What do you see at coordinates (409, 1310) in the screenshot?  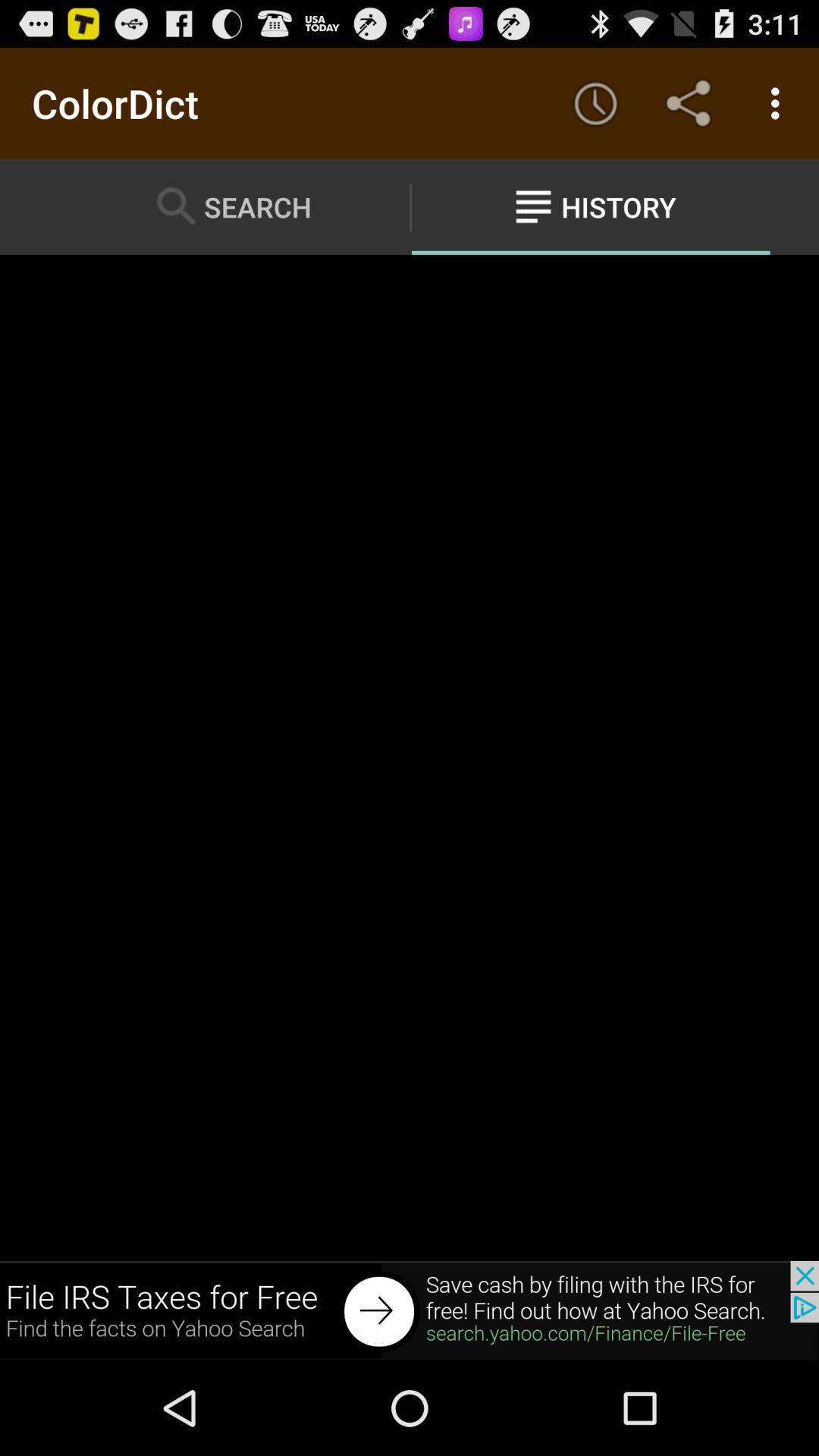 I see `back` at bounding box center [409, 1310].